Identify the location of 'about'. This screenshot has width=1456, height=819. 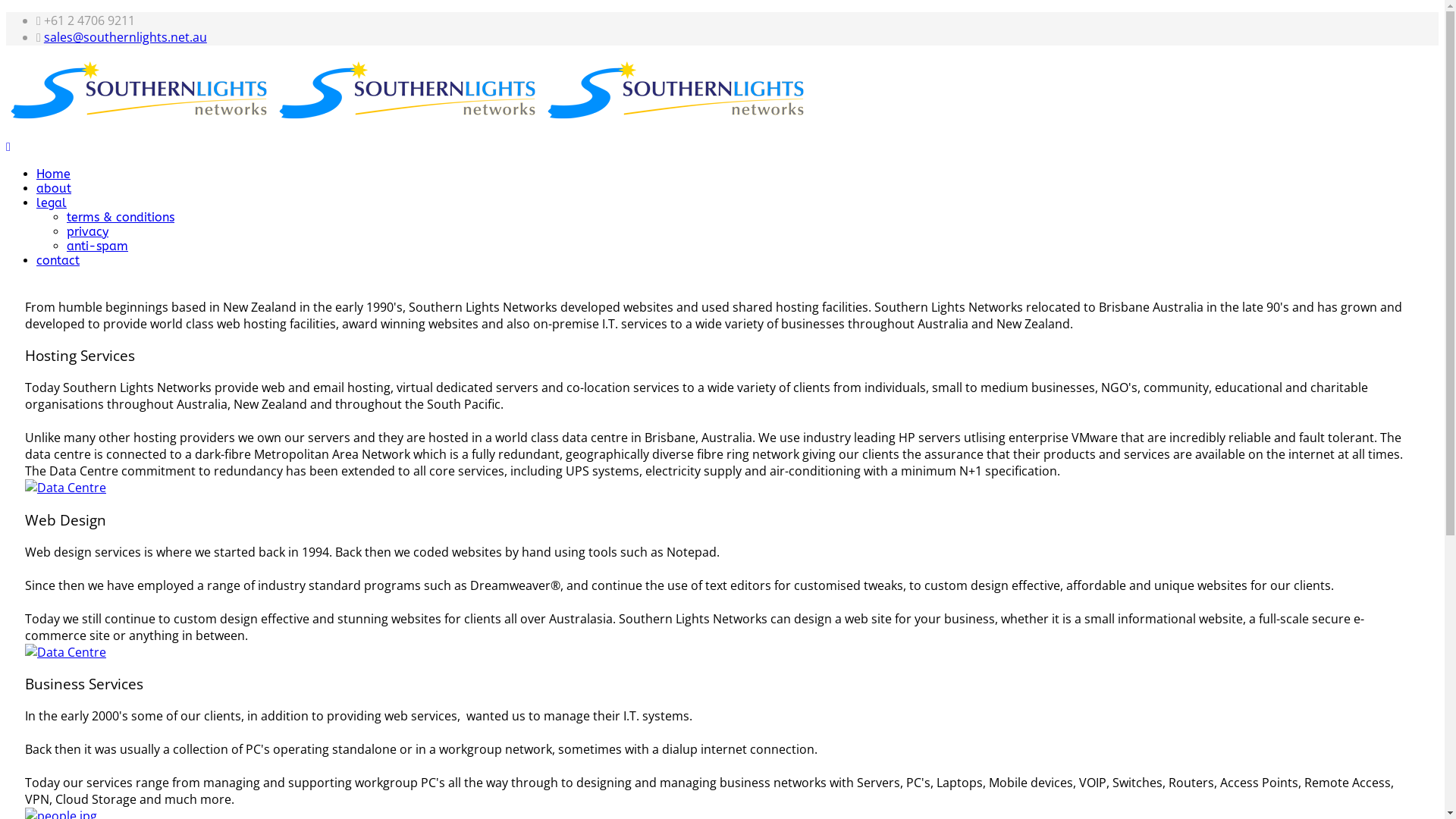
(54, 187).